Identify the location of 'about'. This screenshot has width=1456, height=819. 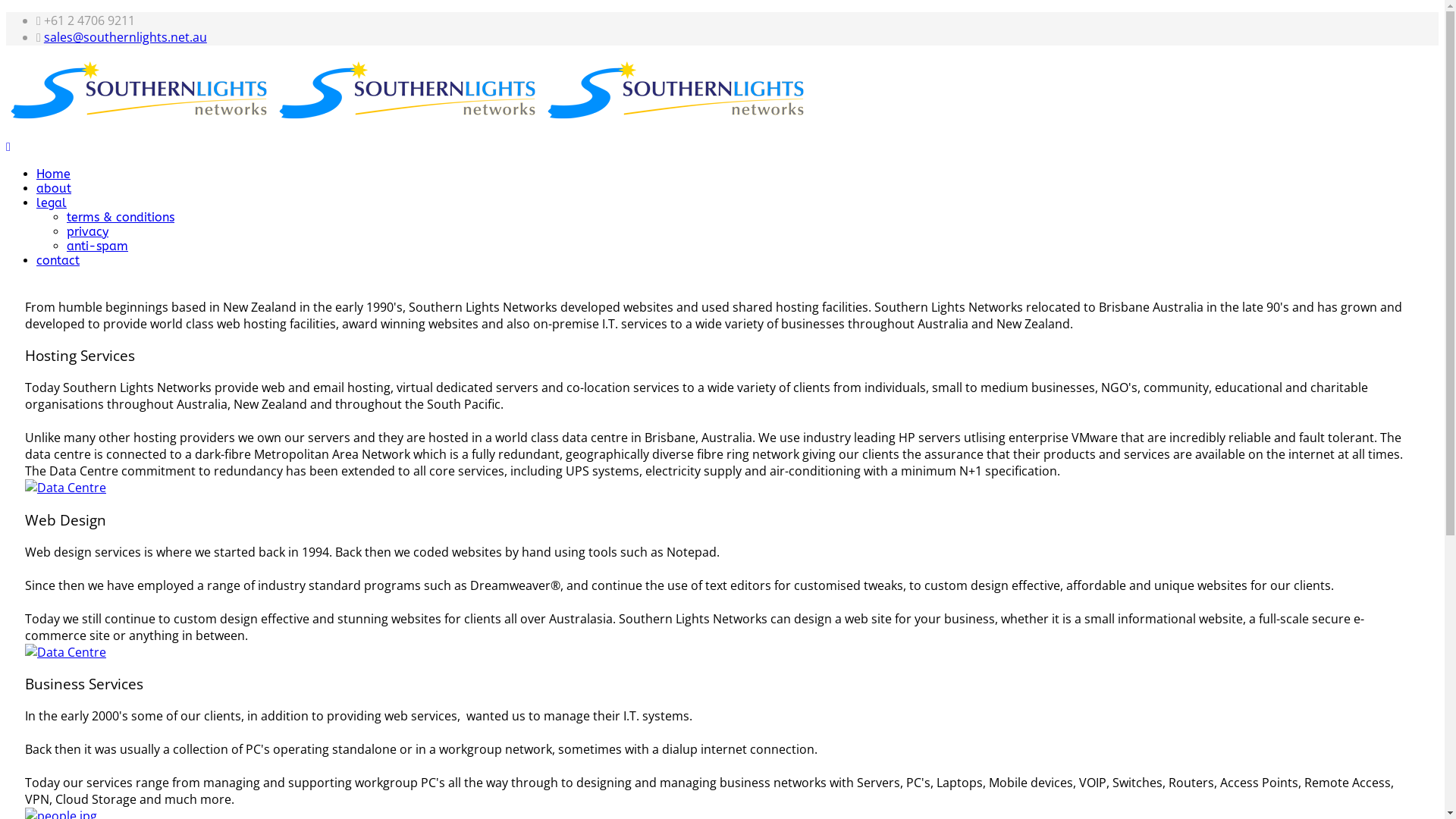
(54, 187).